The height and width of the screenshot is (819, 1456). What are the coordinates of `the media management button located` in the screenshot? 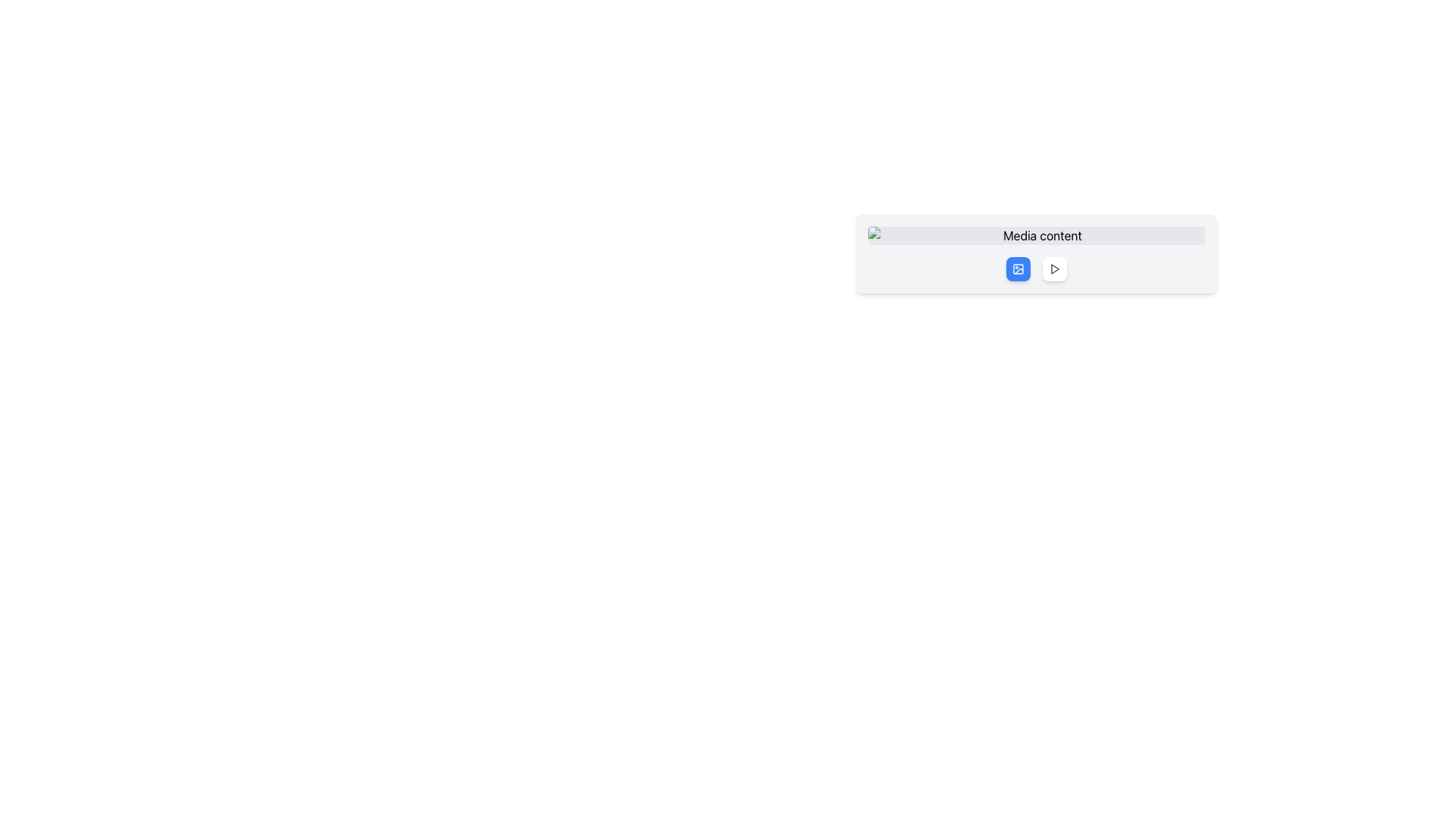 It's located at (1018, 268).